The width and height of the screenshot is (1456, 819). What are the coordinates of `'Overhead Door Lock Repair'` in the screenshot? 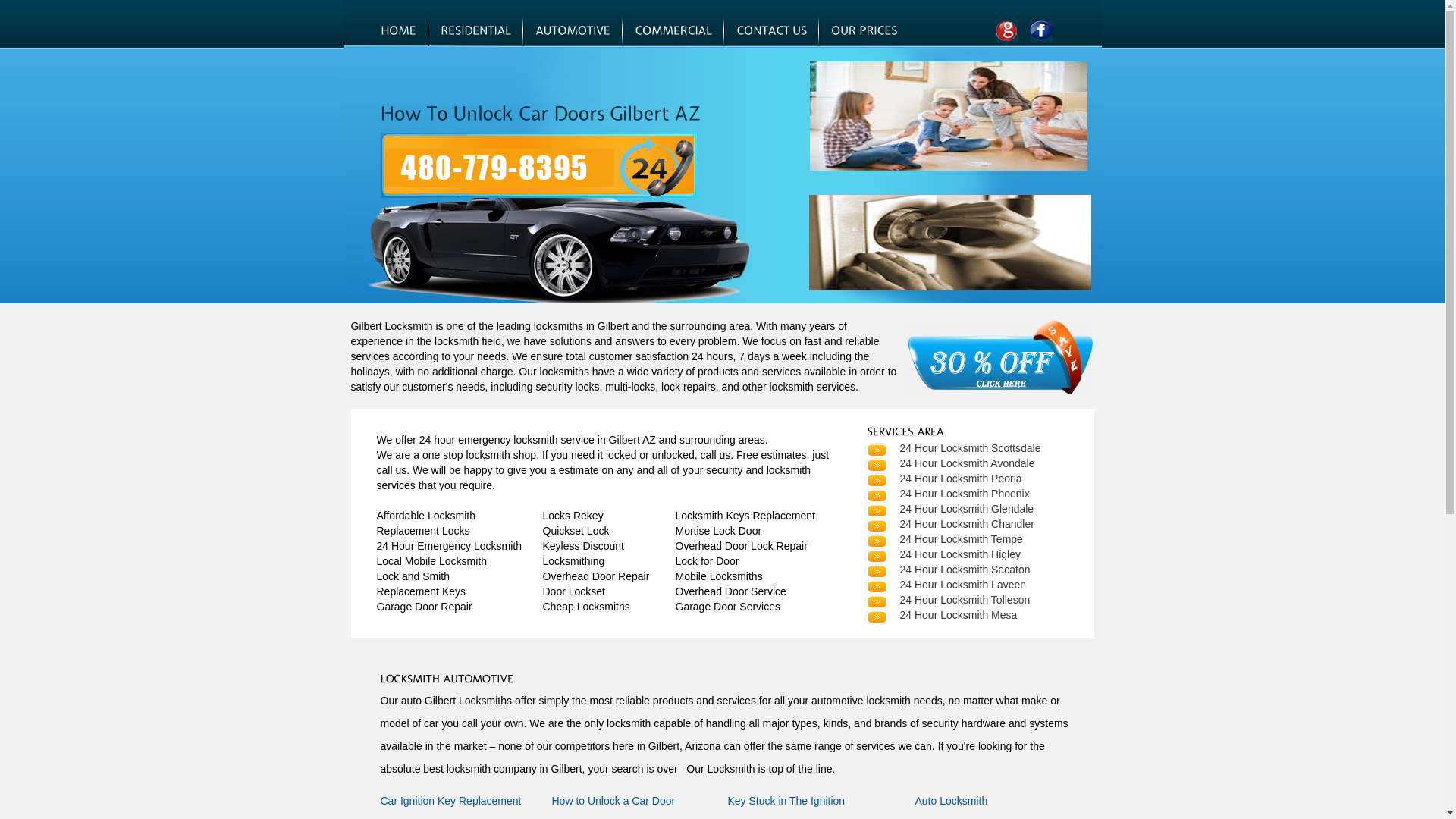 It's located at (741, 546).